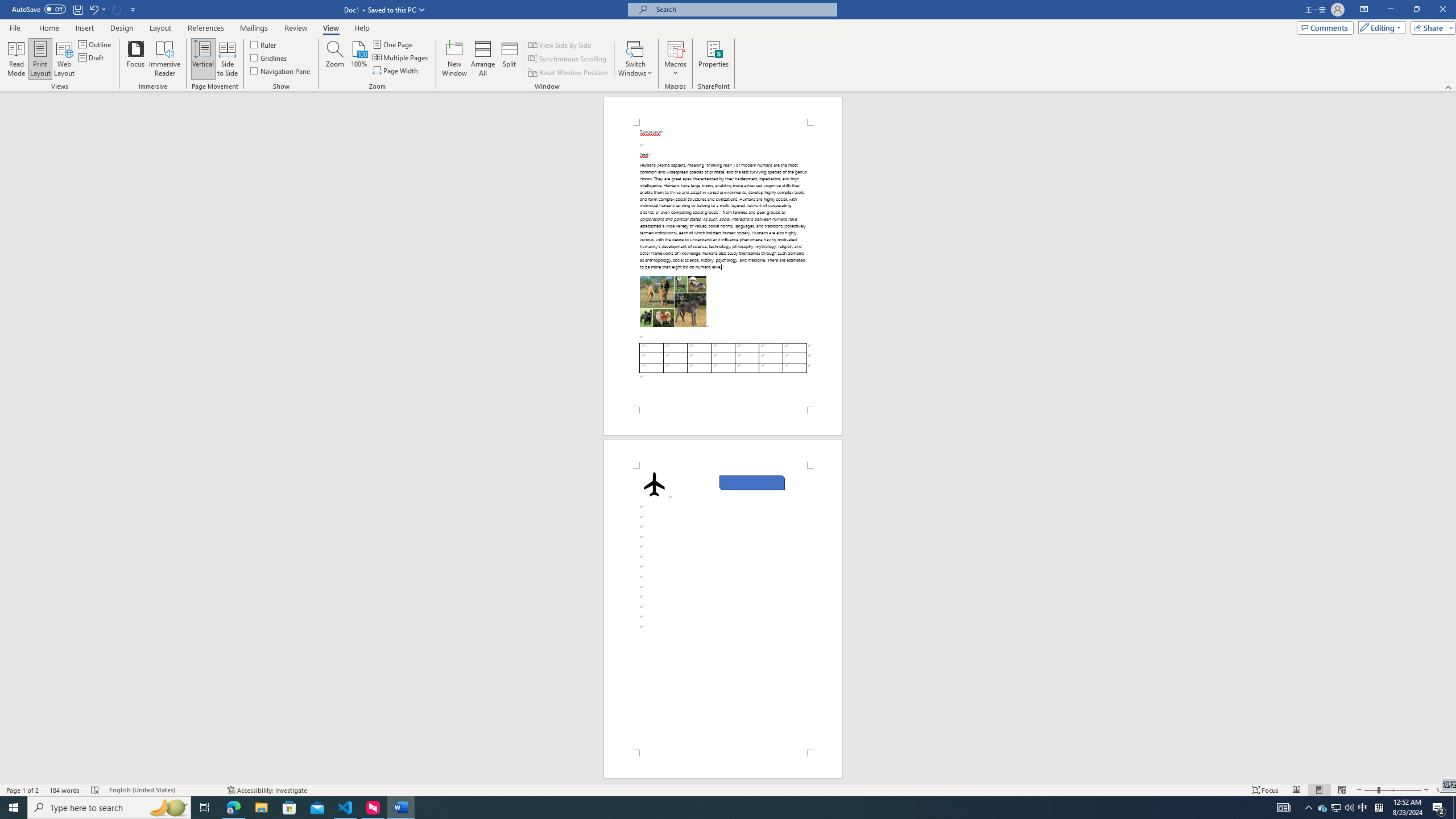 This screenshot has width=1456, height=819. I want to click on '100%', so click(359, 59).